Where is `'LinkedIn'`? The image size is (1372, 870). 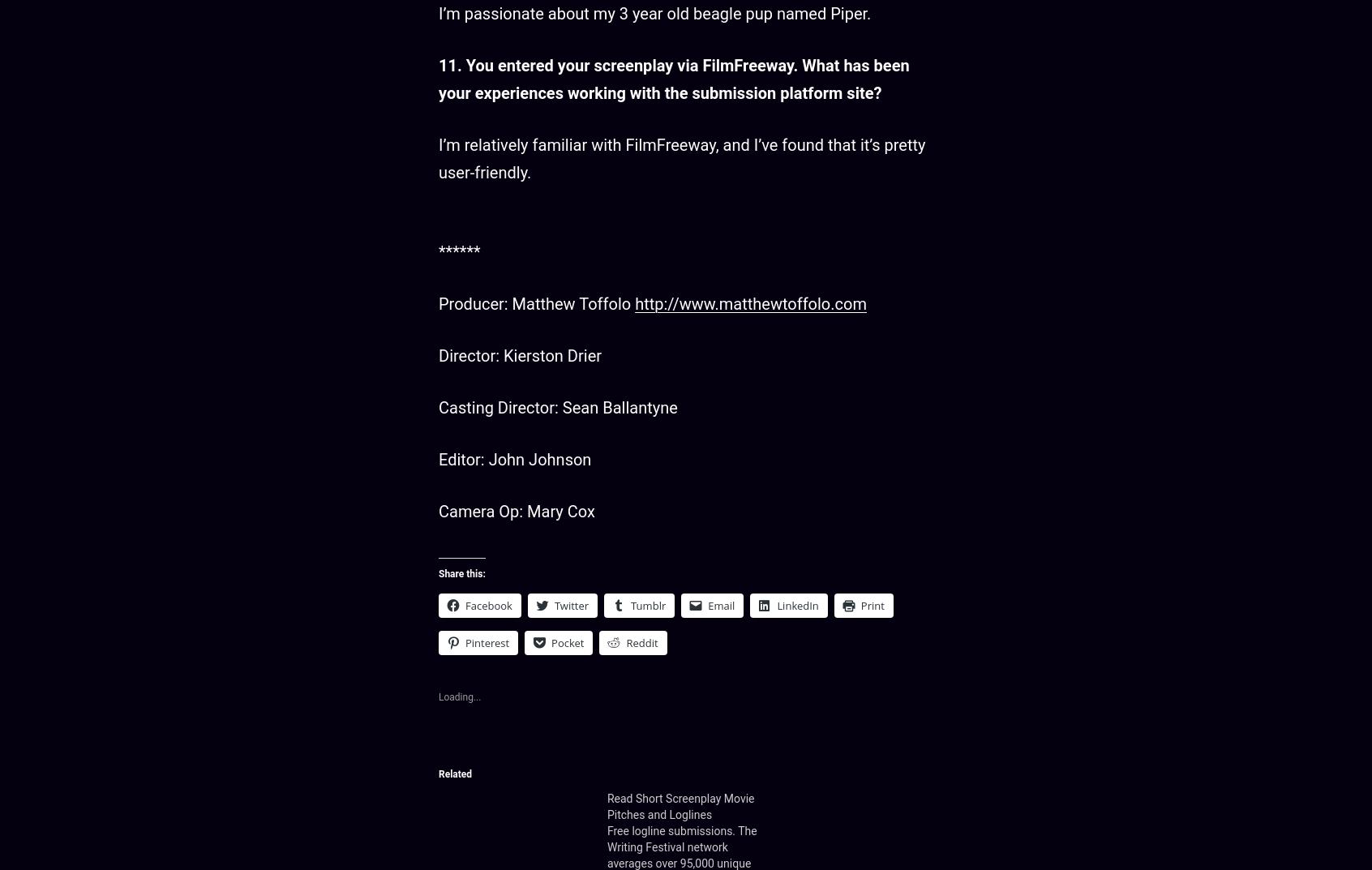
'LinkedIn' is located at coordinates (797, 603).